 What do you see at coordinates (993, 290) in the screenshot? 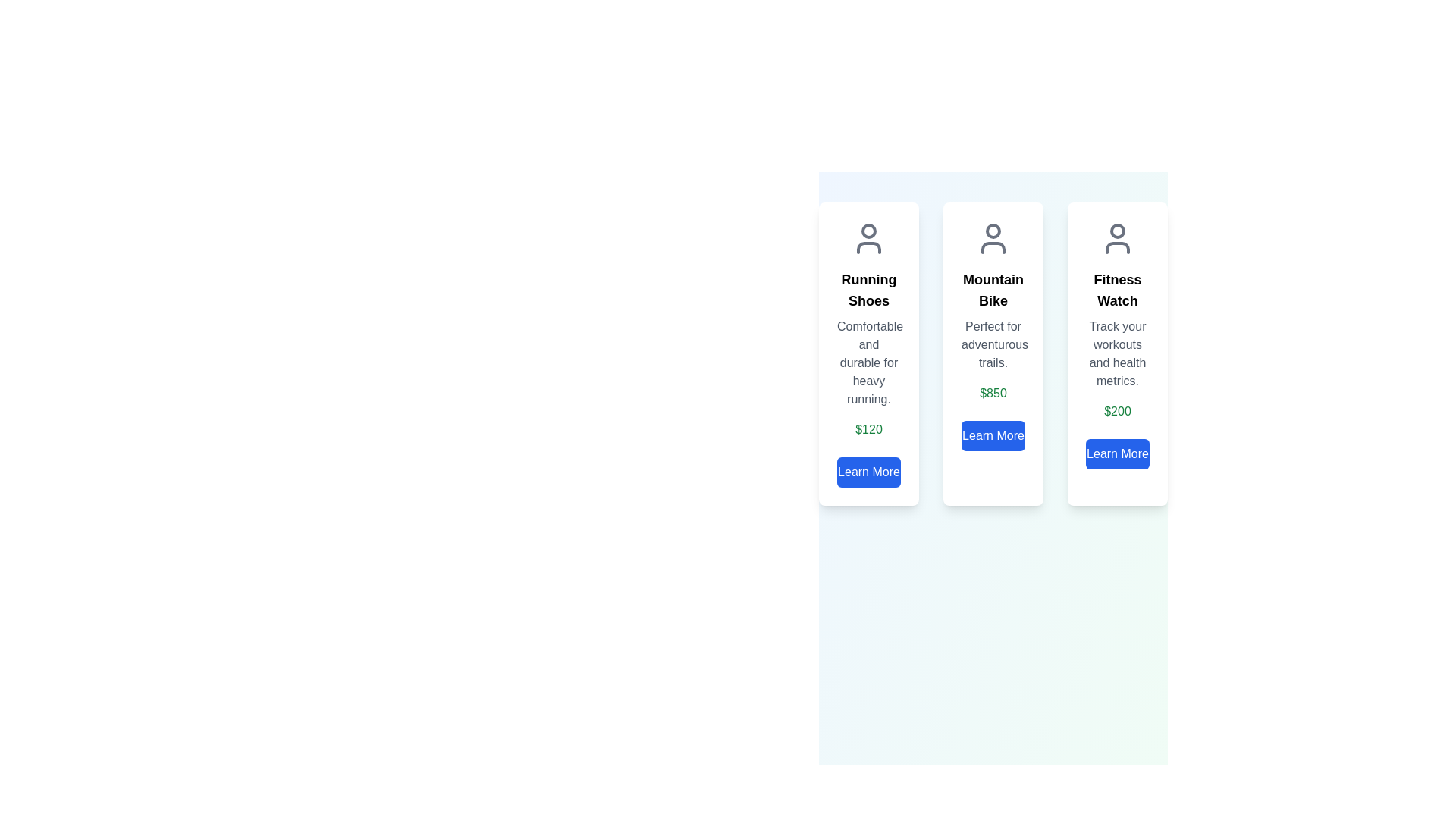
I see `text label indicating 'Mountain Bike' located centrally within the middle card, positioned above the description text 'Perfect for adventurous trails'` at bounding box center [993, 290].